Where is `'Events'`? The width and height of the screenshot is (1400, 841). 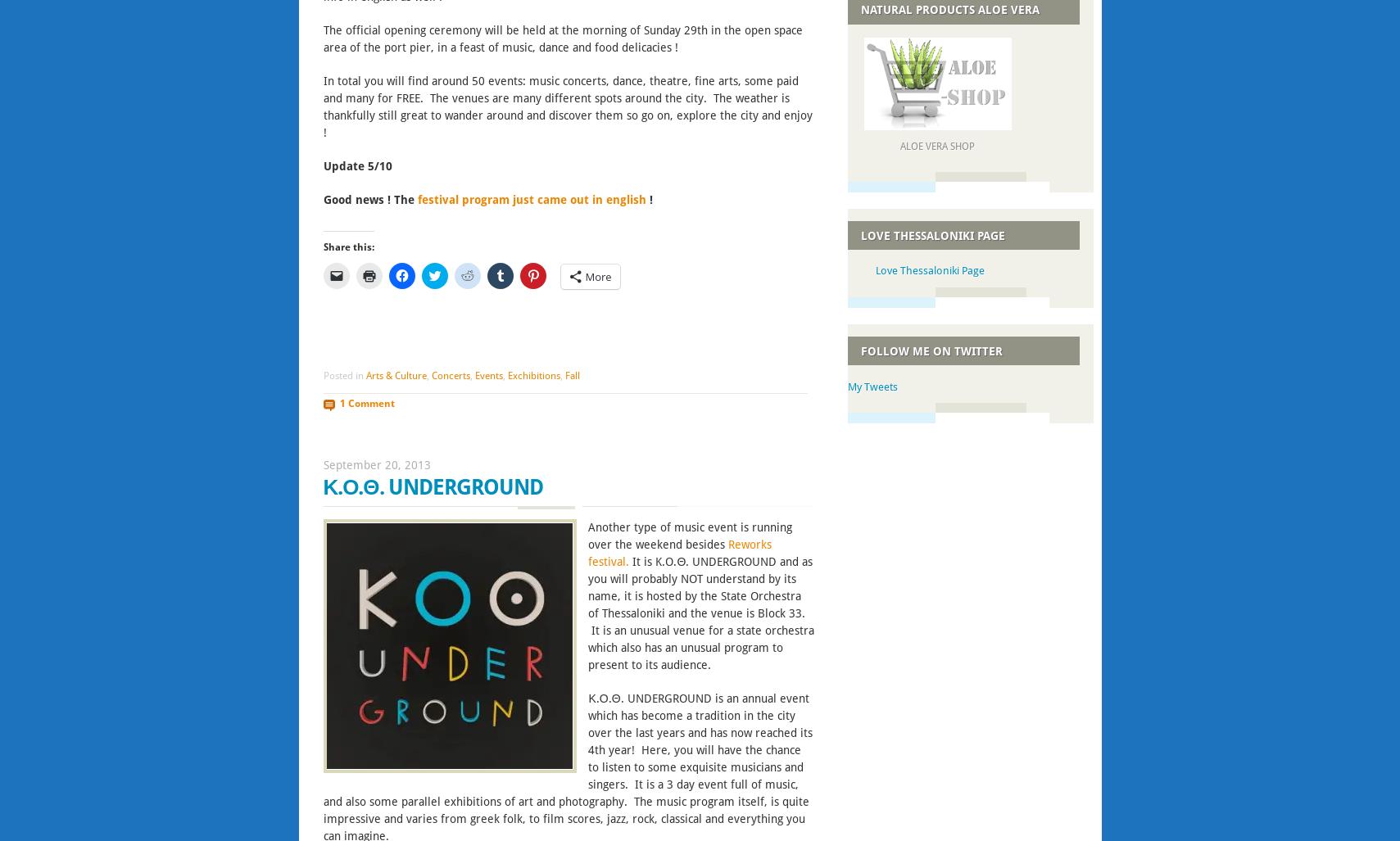
'Events' is located at coordinates (487, 375).